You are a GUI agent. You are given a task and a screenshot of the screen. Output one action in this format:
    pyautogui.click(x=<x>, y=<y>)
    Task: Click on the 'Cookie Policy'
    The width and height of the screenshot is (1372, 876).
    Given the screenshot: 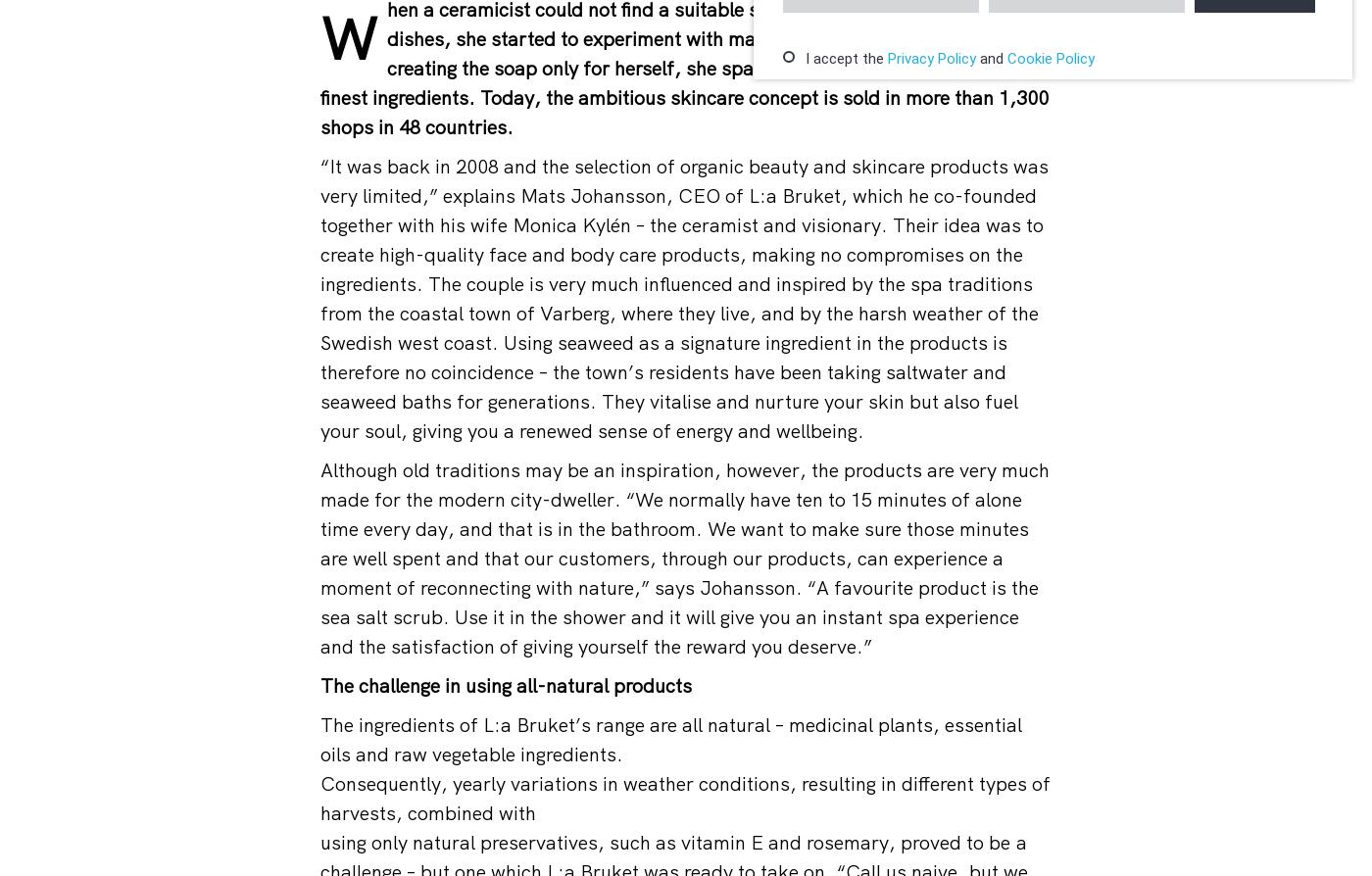 What is the action you would take?
    pyautogui.click(x=1051, y=58)
    